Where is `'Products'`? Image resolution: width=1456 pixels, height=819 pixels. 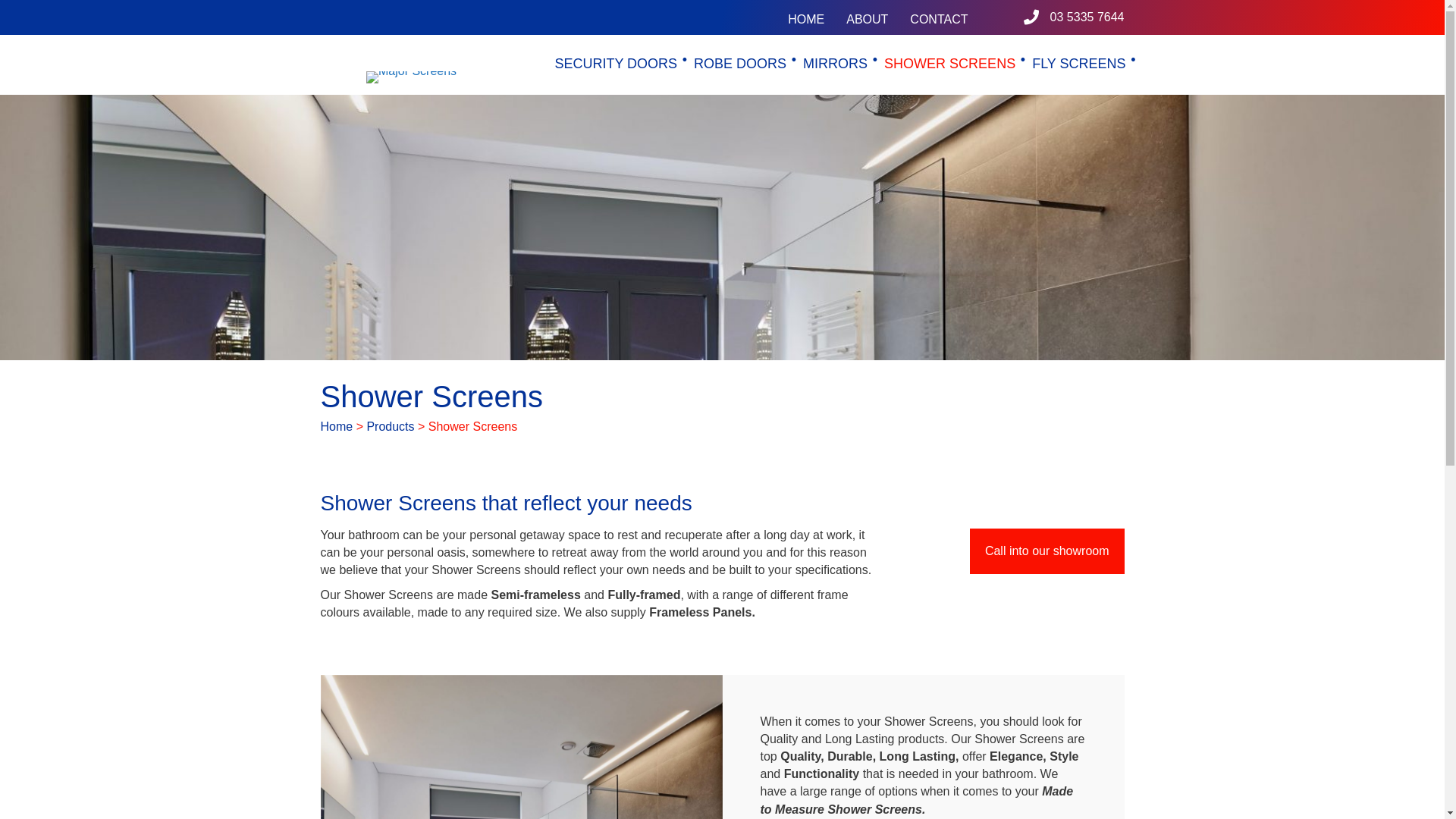
'Products' is located at coordinates (390, 426).